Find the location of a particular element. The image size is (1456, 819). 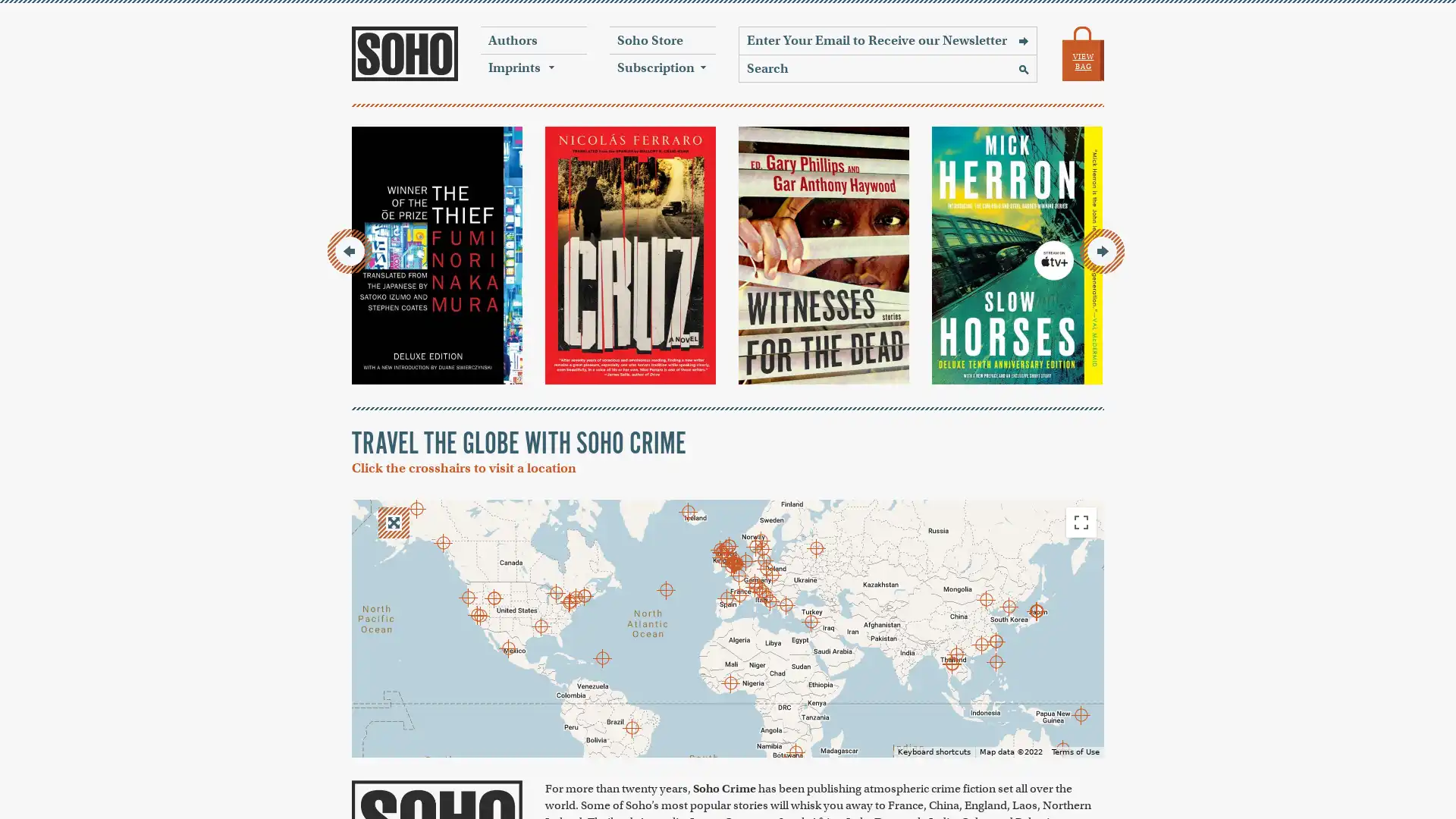

Zoom in is located at coordinates (1080, 692).